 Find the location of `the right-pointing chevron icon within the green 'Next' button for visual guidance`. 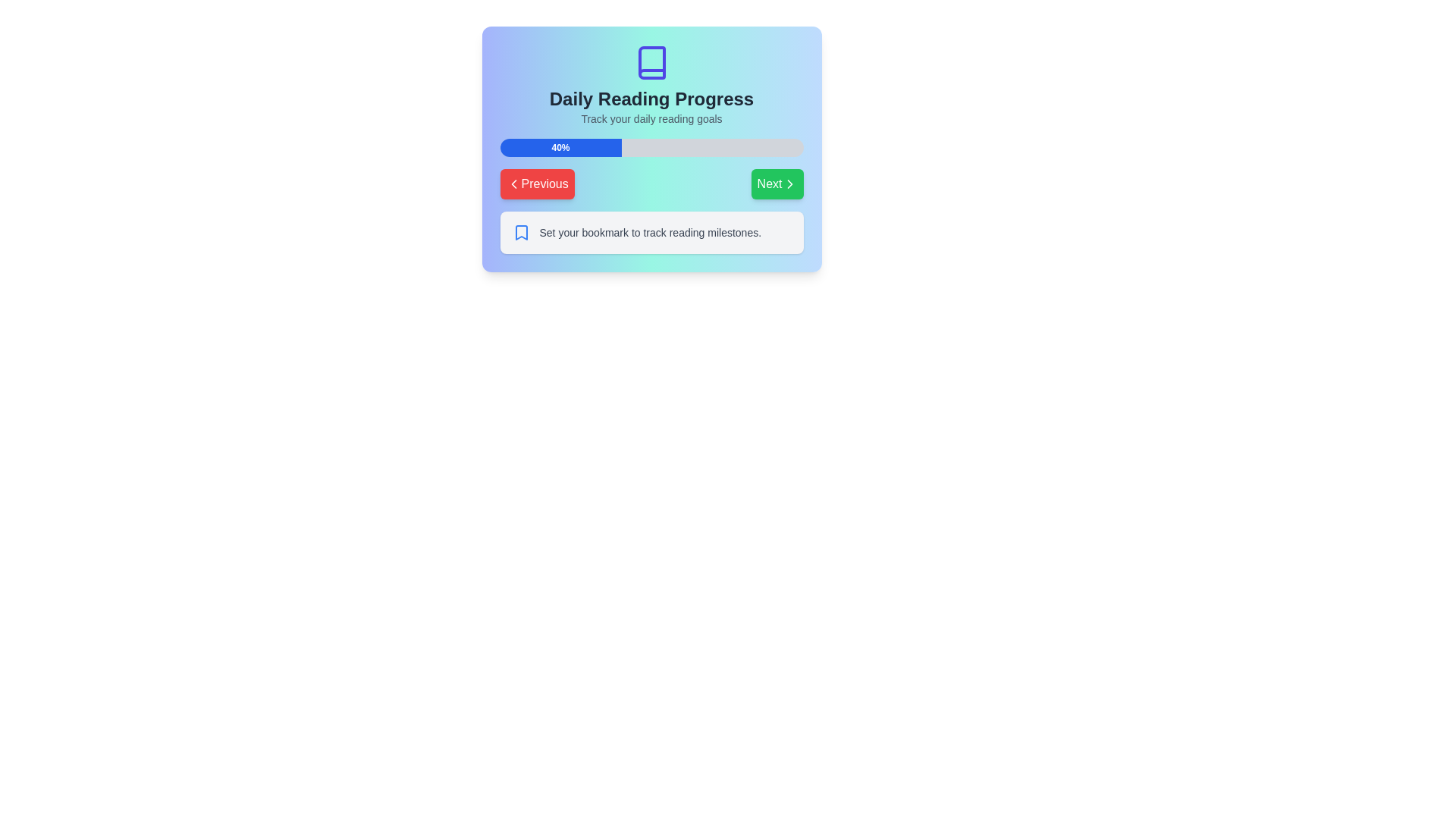

the right-pointing chevron icon within the green 'Next' button for visual guidance is located at coordinates (789, 184).